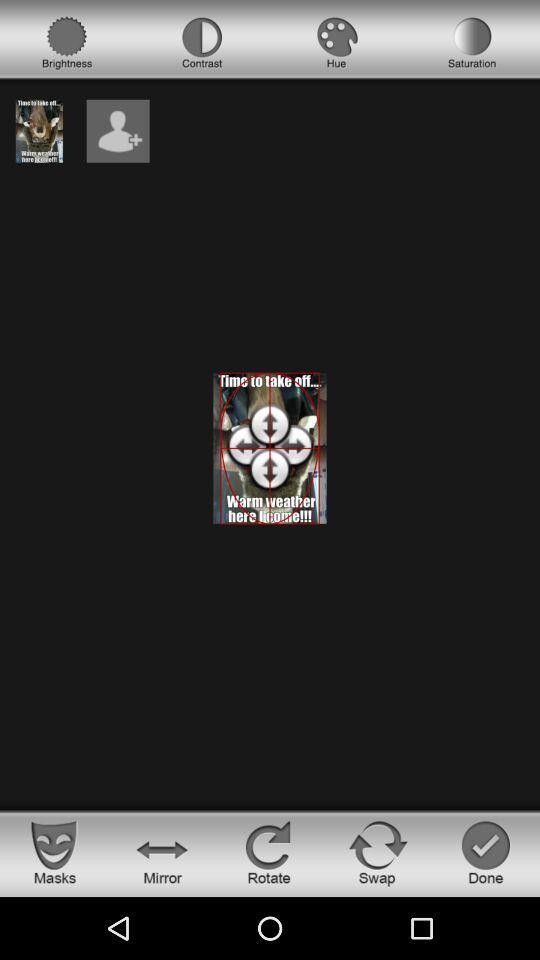 The width and height of the screenshot is (540, 960). Describe the element at coordinates (485, 851) in the screenshot. I see `the check icon` at that location.